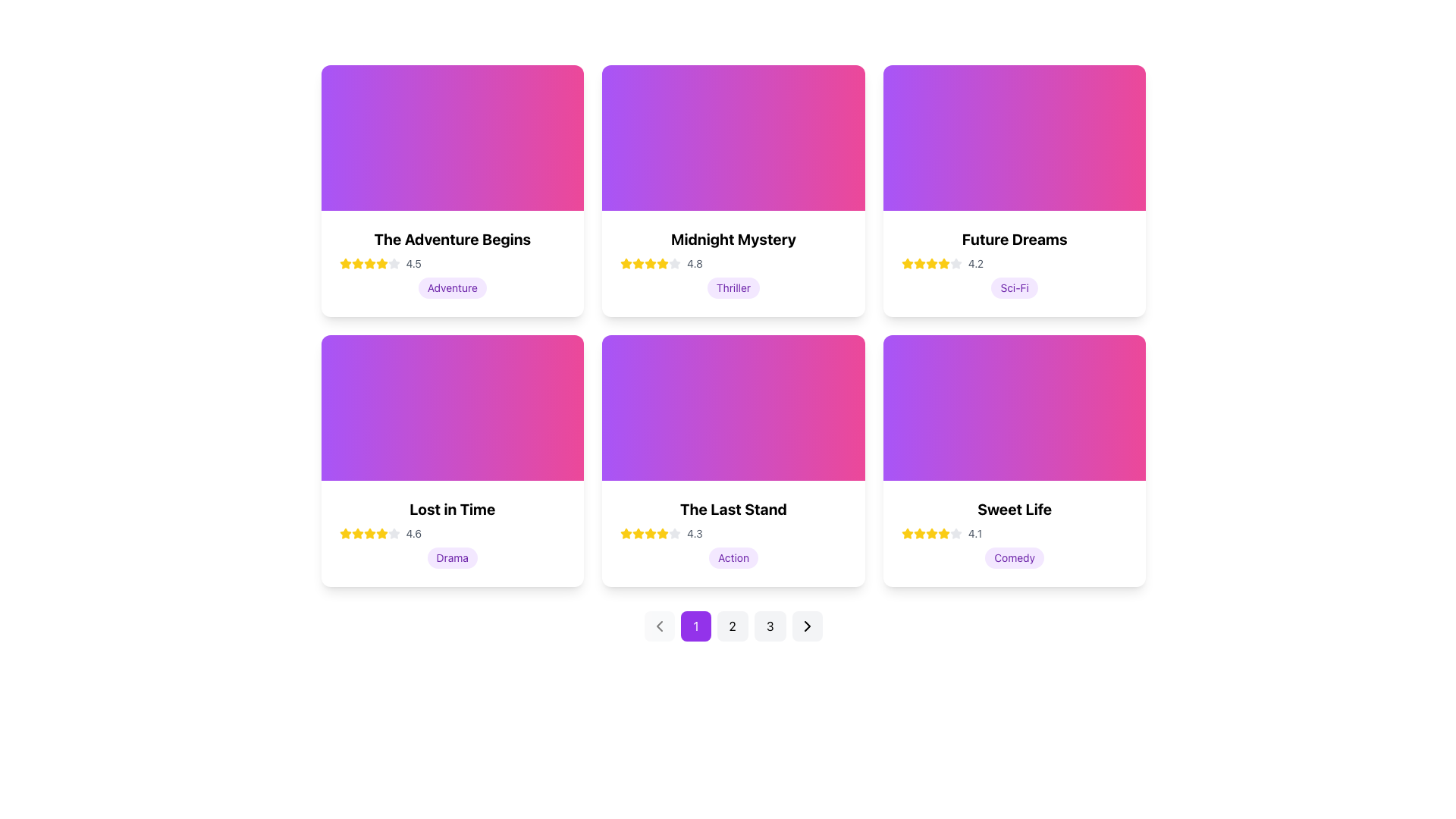 This screenshot has width=1456, height=819. Describe the element at coordinates (1015, 190) in the screenshot. I see `the Informational card displaying 'Future Dreams' in the top right corner of the grid layout` at that location.